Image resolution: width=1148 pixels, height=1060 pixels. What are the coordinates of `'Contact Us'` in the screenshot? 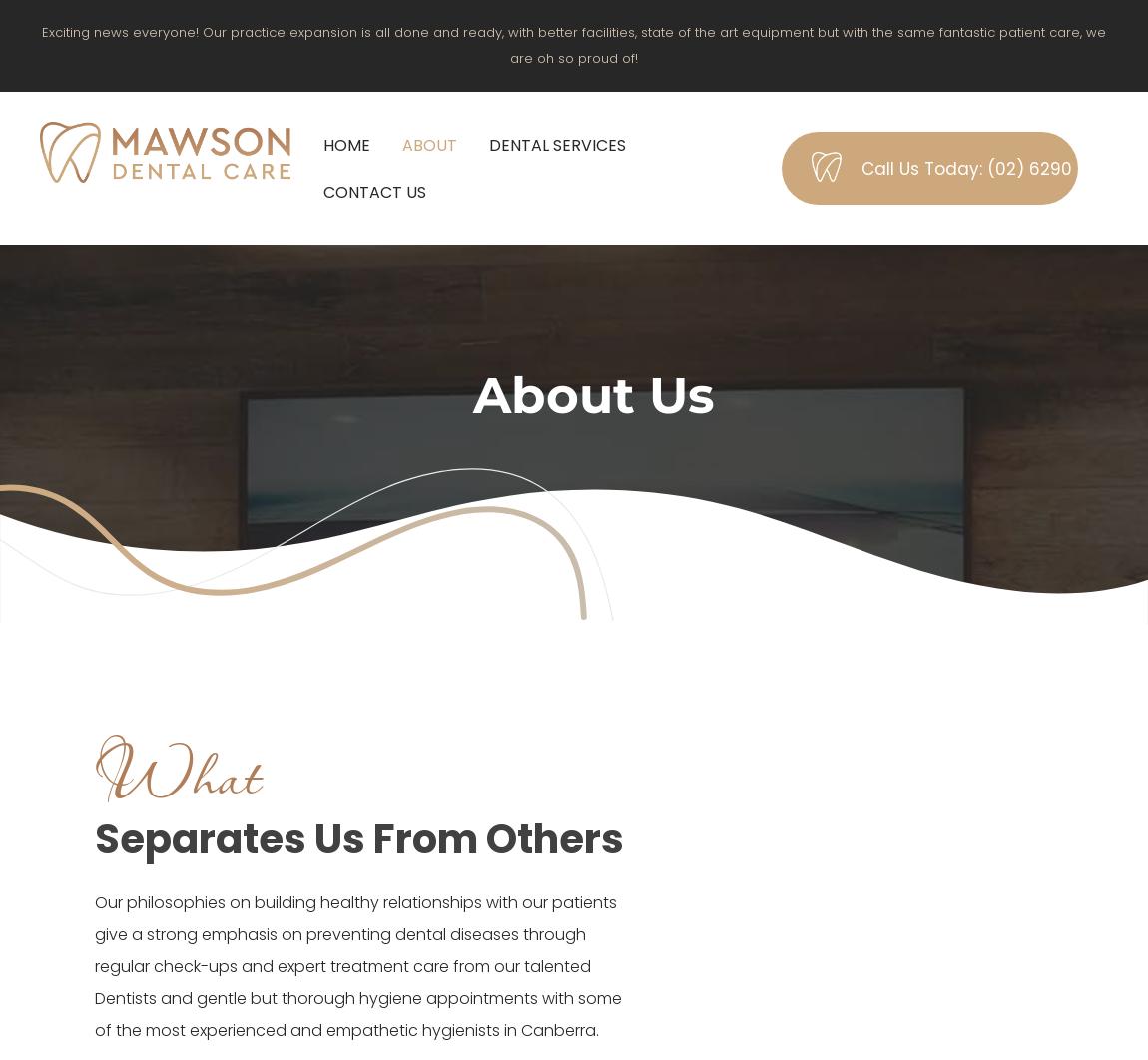 It's located at (322, 191).